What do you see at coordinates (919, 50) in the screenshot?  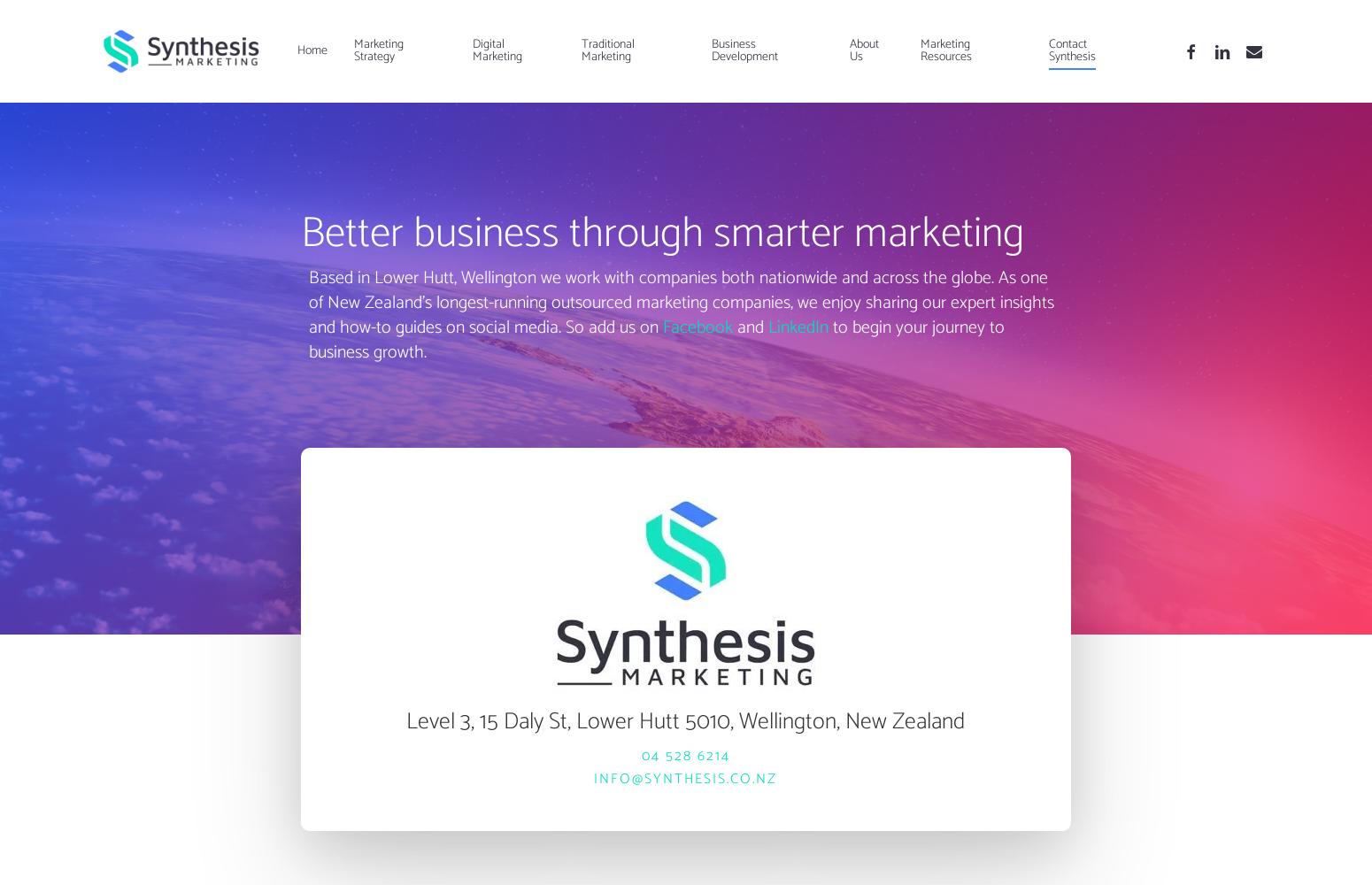 I see `'Marketing Resources'` at bounding box center [919, 50].